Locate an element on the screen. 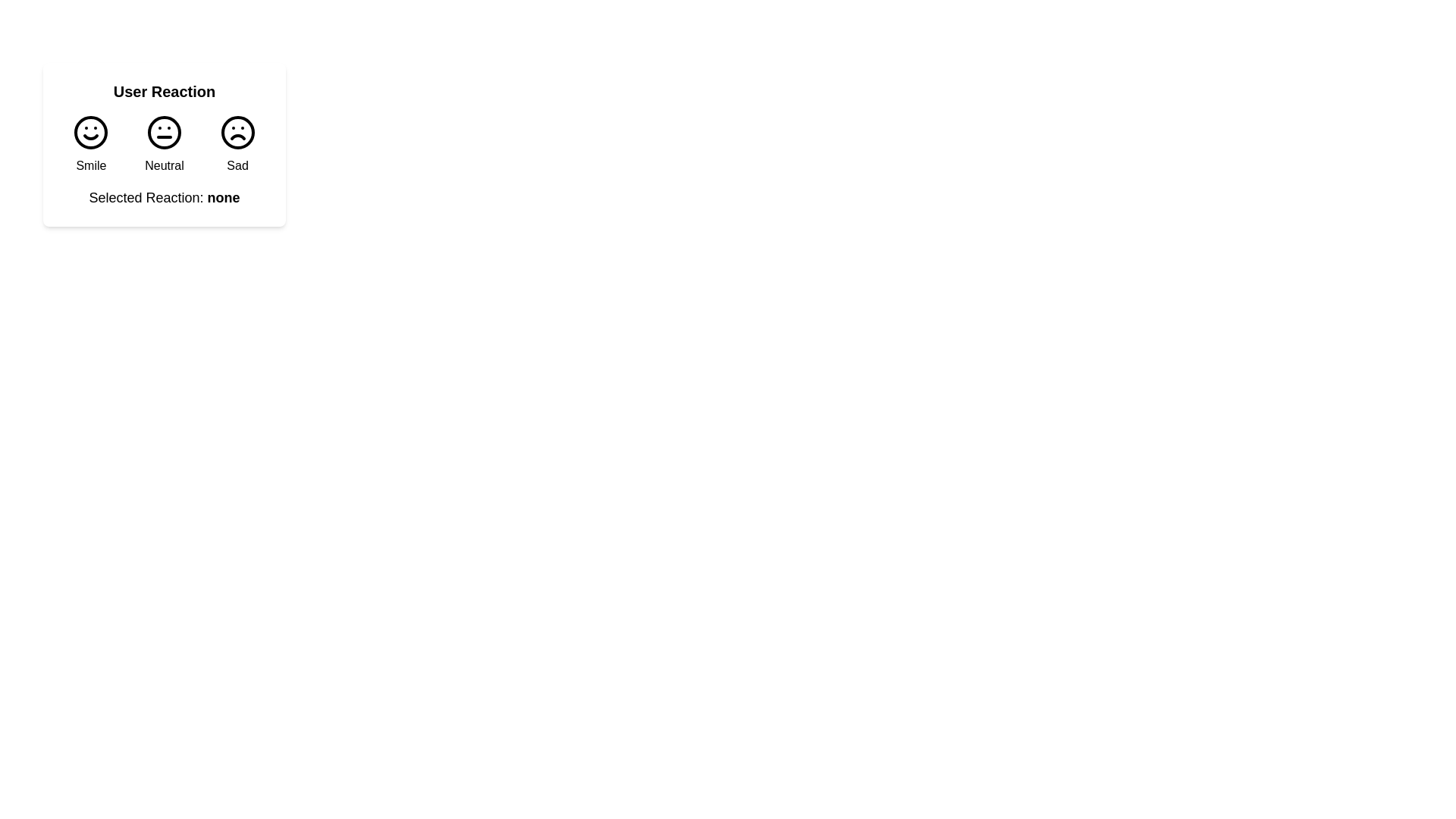 The width and height of the screenshot is (1456, 819). the 'Smile' button is located at coordinates (90, 145).